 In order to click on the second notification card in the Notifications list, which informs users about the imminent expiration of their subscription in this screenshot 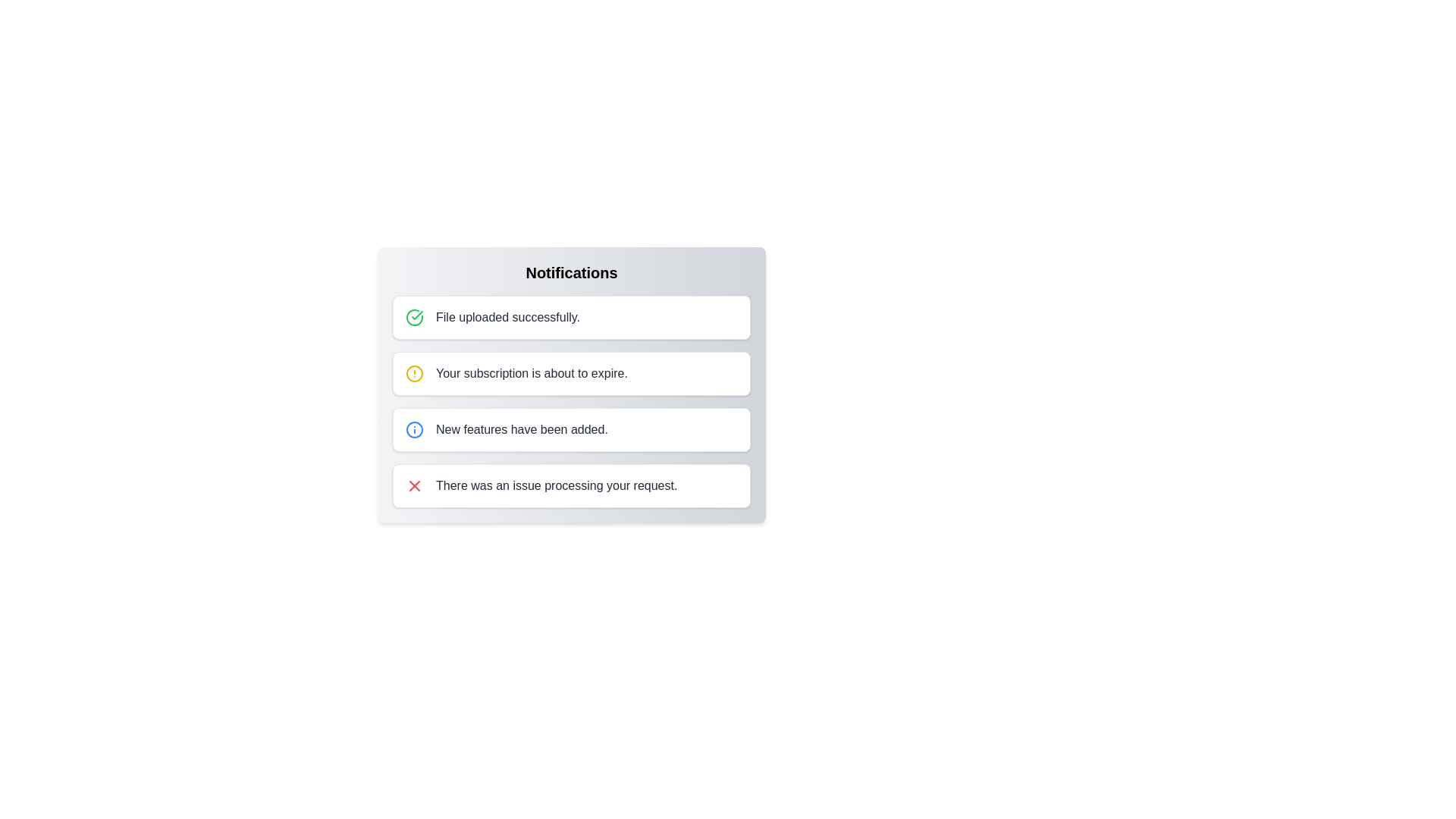, I will do `click(570, 374)`.